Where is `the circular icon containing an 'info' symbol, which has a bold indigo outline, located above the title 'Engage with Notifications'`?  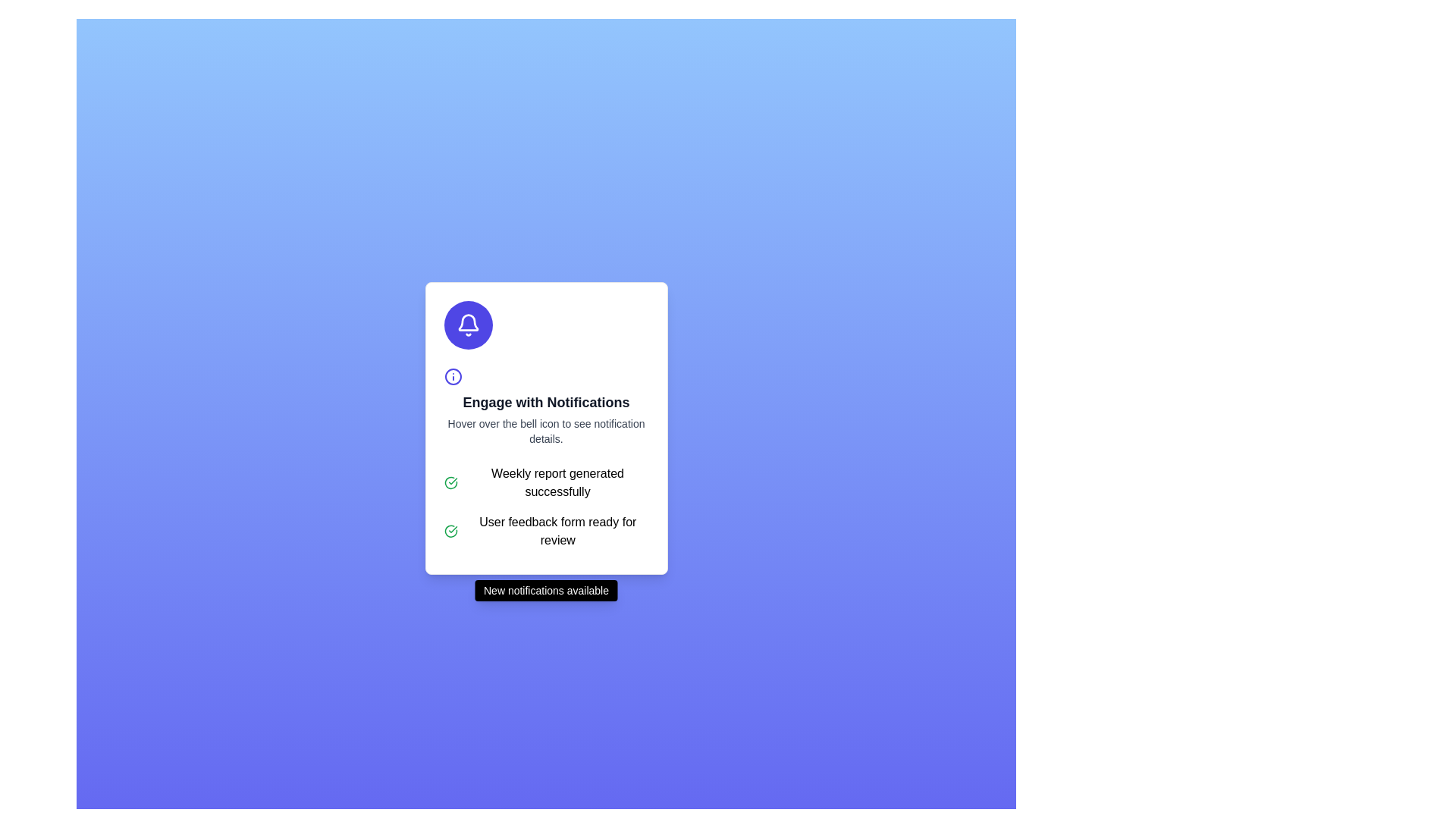 the circular icon containing an 'info' symbol, which has a bold indigo outline, located above the title 'Engage with Notifications' is located at coordinates (452, 376).